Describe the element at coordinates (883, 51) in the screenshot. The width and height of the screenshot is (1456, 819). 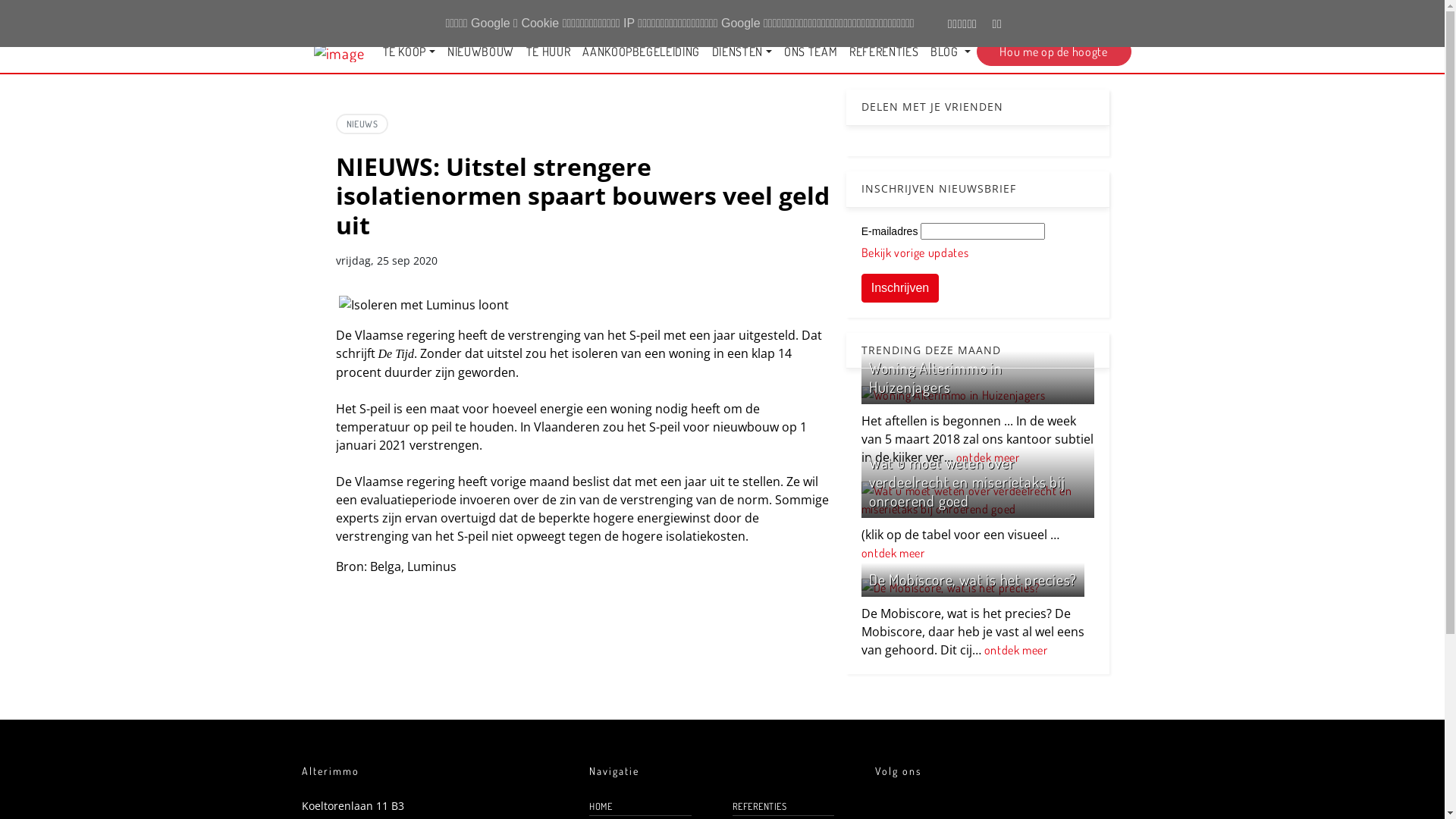
I see `'REFERENTIES'` at that location.